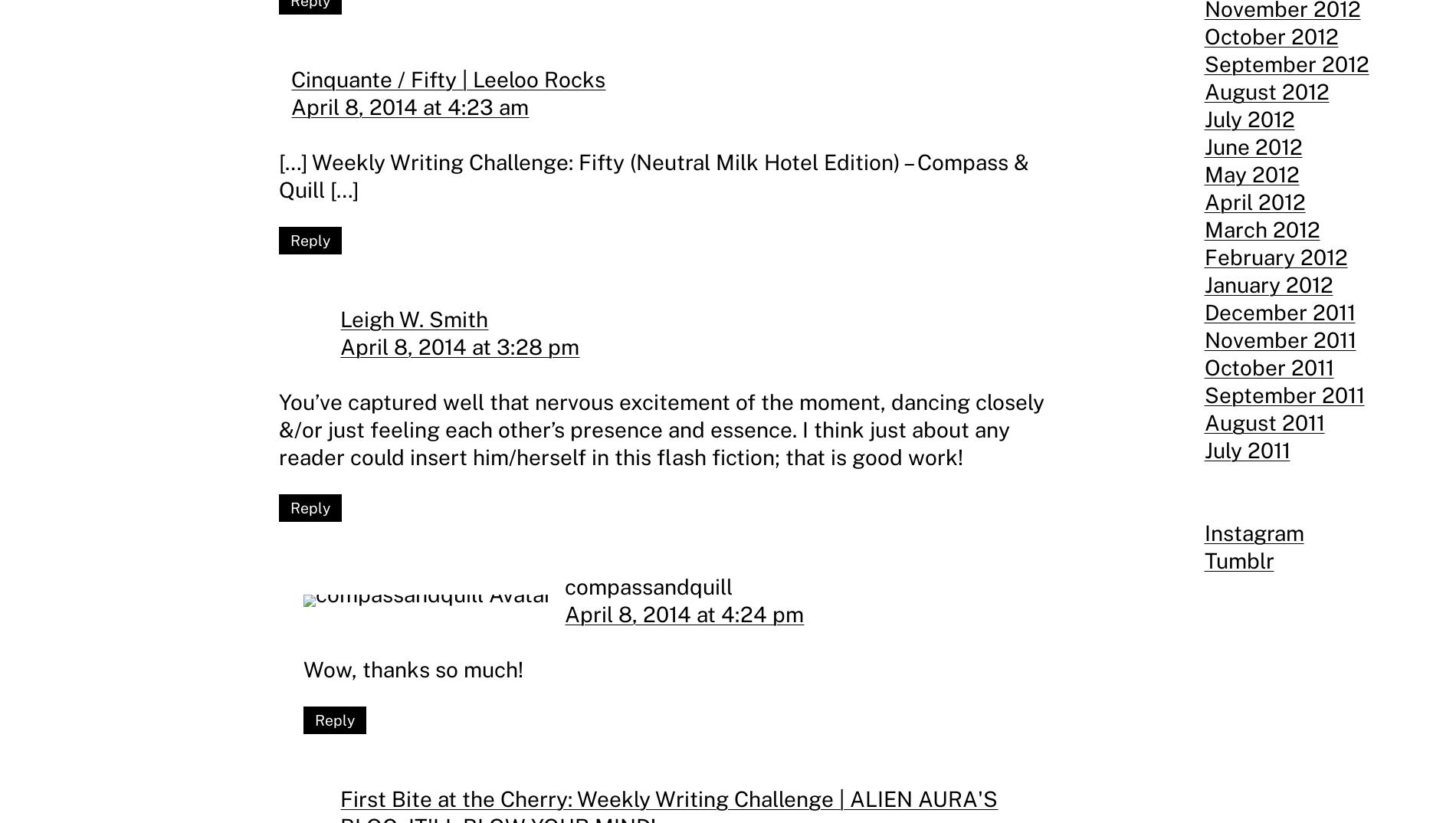 This screenshot has height=823, width=1456. Describe the element at coordinates (1203, 560) in the screenshot. I see `'Tumblr'` at that location.